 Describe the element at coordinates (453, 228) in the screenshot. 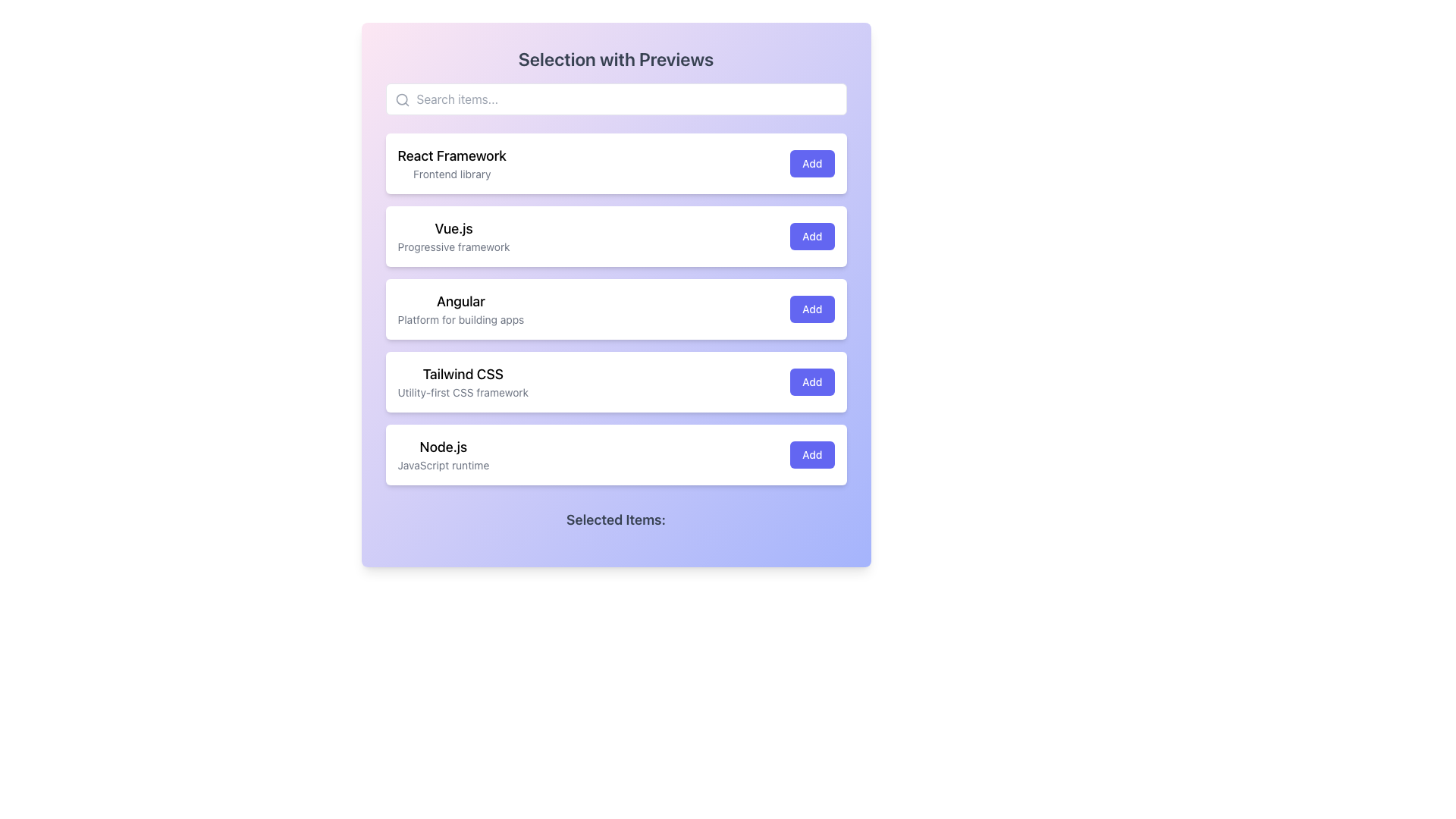

I see `the static text label that indicates the second option in the framework selection list, positioned between 'React Framework' and 'Angular.'` at that location.